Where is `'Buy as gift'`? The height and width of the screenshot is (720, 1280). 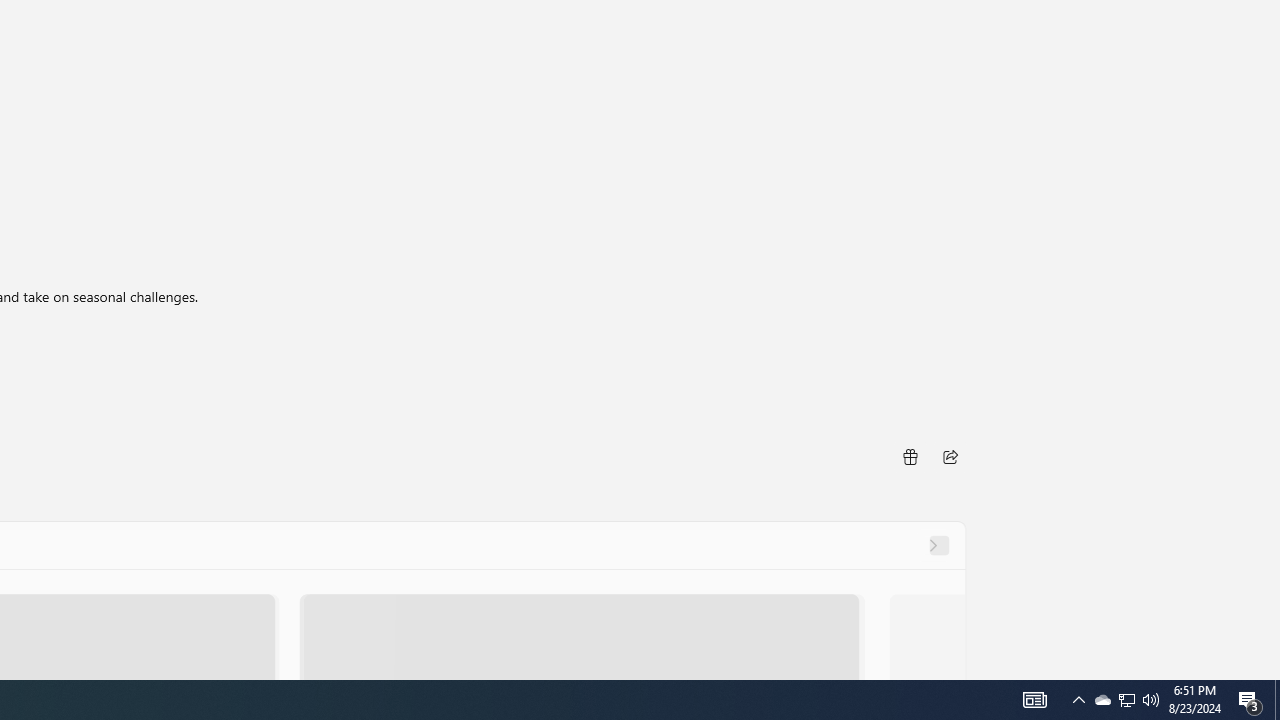
'Buy as gift' is located at coordinates (908, 456).